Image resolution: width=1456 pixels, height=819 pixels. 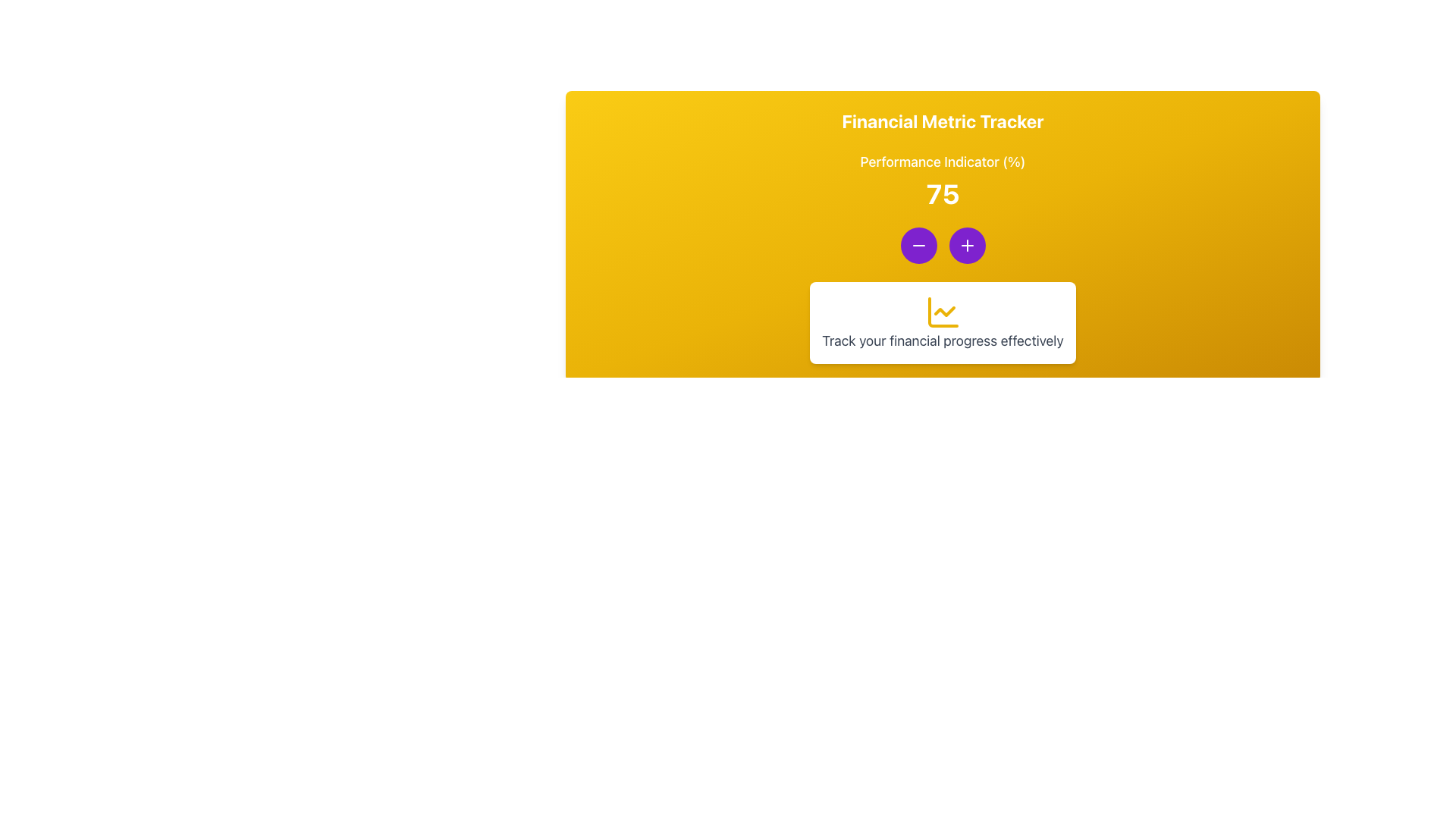 What do you see at coordinates (942, 162) in the screenshot?
I see `the text label that serves as a descriptive title for the performance indicator metric located above the bold numeric value '75', centered horizontally on the golden panel` at bounding box center [942, 162].